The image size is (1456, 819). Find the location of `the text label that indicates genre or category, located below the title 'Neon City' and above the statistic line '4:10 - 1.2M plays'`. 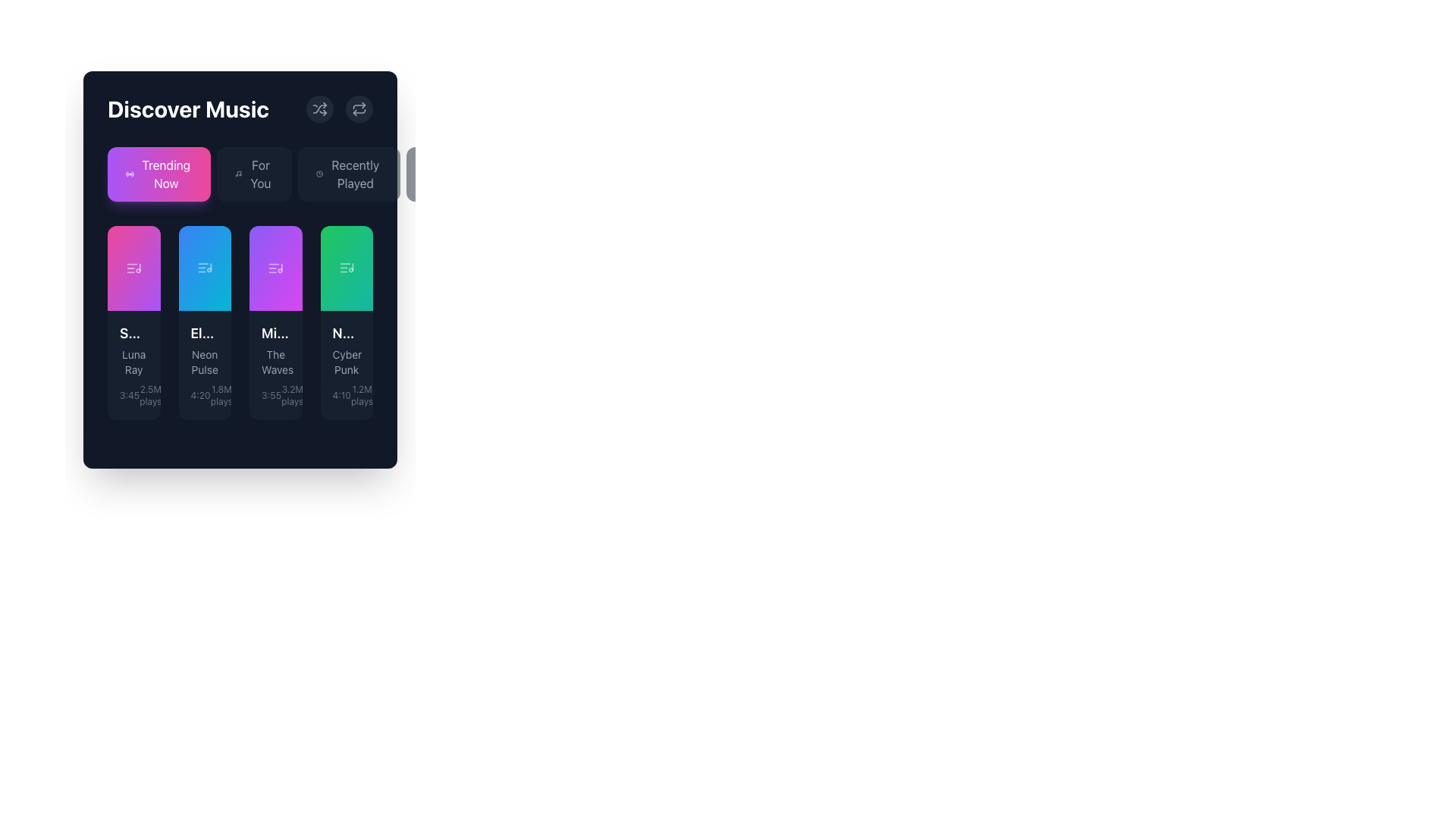

the text label that indicates genre or category, located below the title 'Neon City' and above the statistic line '4:10 - 1.2M plays' is located at coordinates (346, 362).